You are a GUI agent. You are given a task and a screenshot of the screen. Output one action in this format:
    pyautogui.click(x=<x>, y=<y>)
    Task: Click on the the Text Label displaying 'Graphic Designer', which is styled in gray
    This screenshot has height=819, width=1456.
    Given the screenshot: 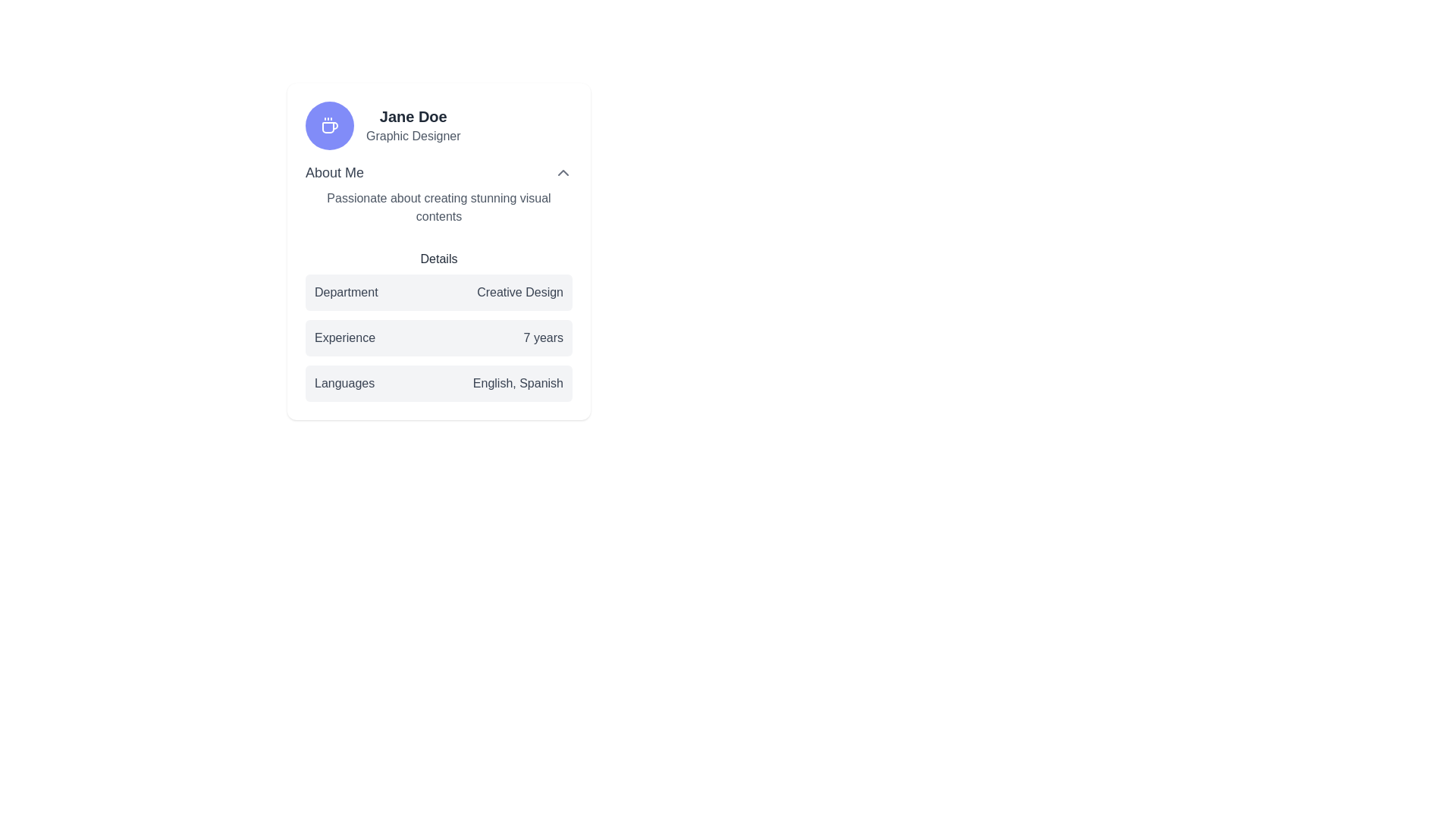 What is the action you would take?
    pyautogui.click(x=413, y=136)
    